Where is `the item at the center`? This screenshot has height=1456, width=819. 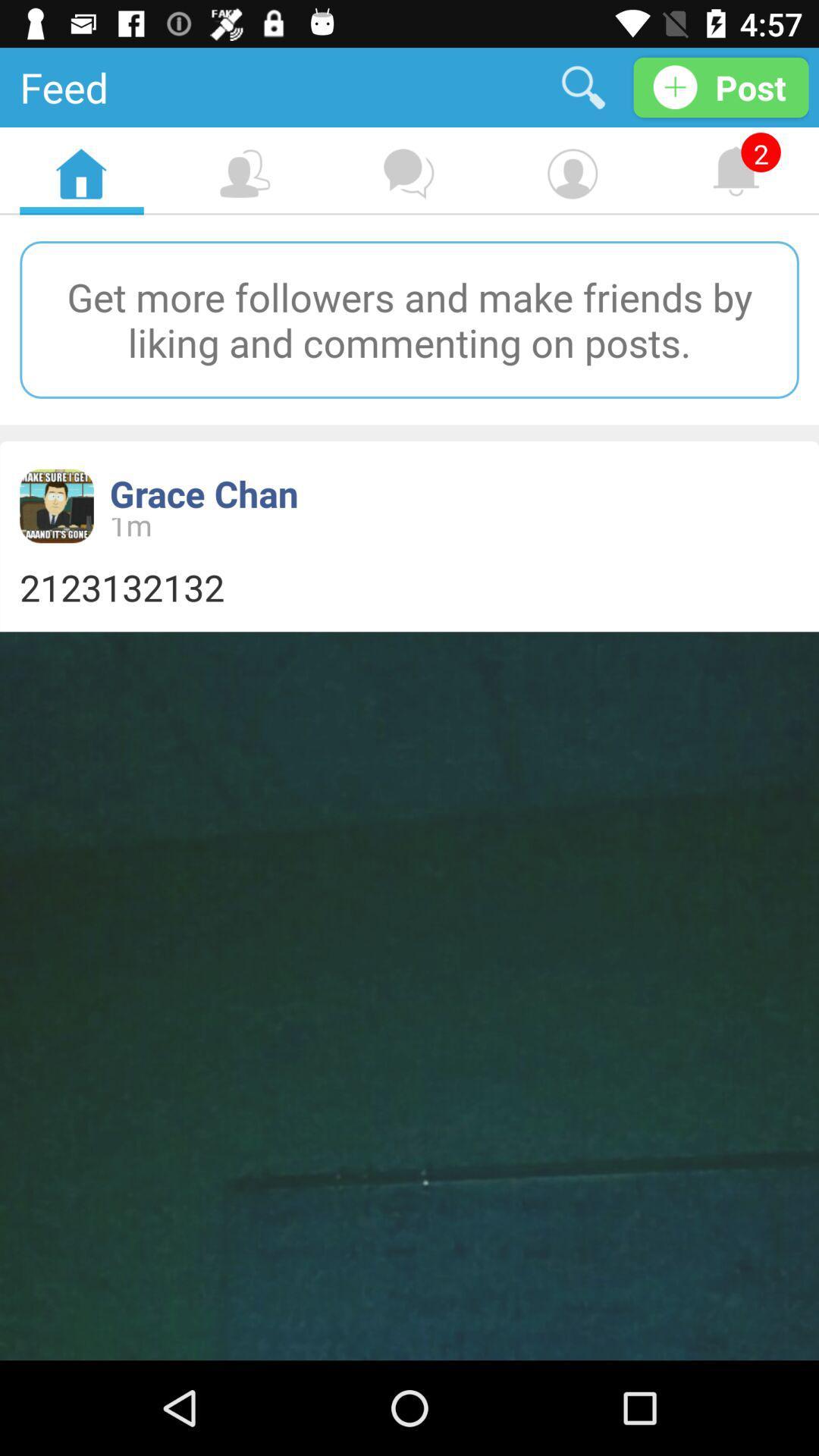 the item at the center is located at coordinates (409, 586).